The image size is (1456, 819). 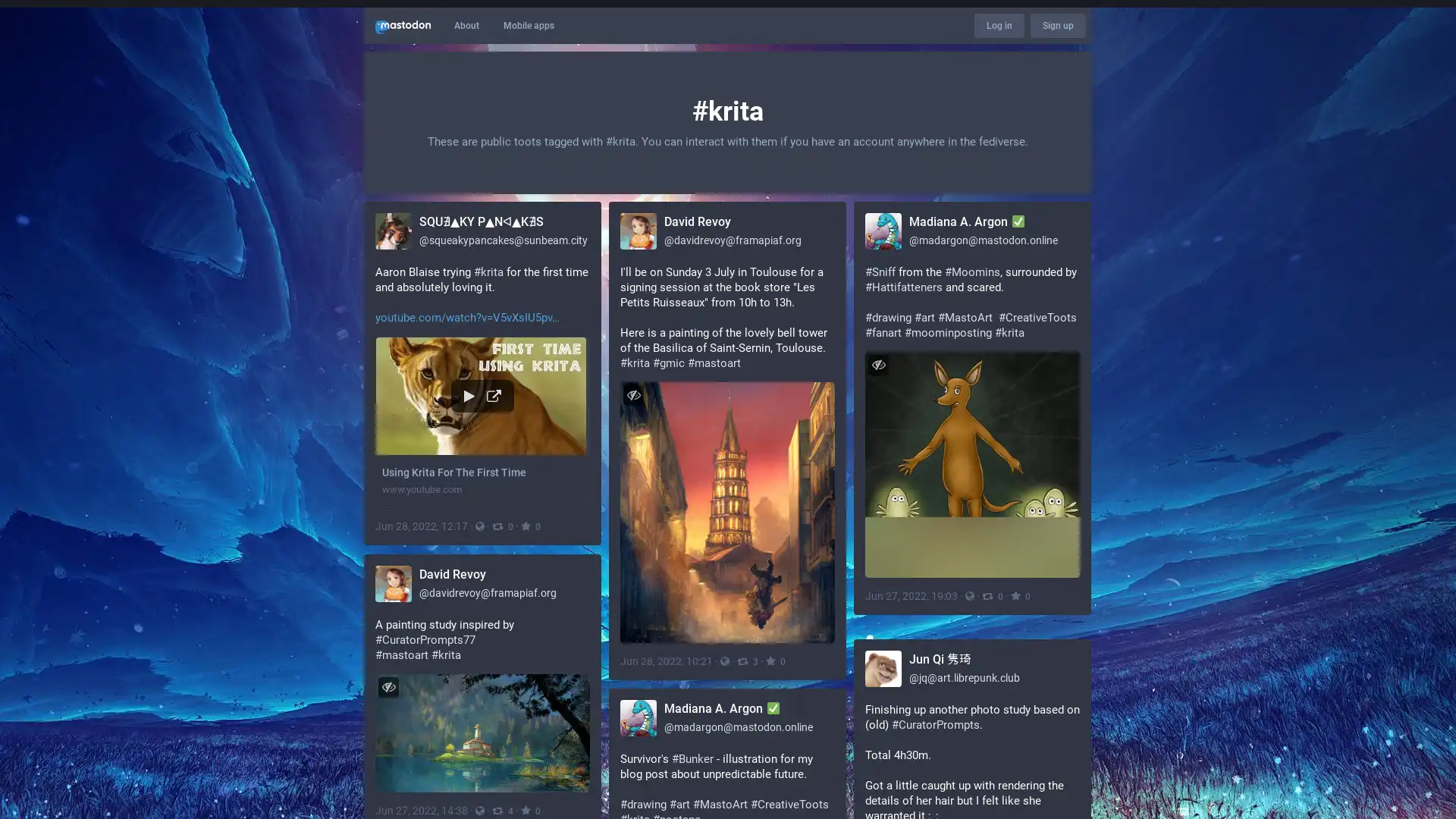 I want to click on Hide image, so click(x=878, y=364).